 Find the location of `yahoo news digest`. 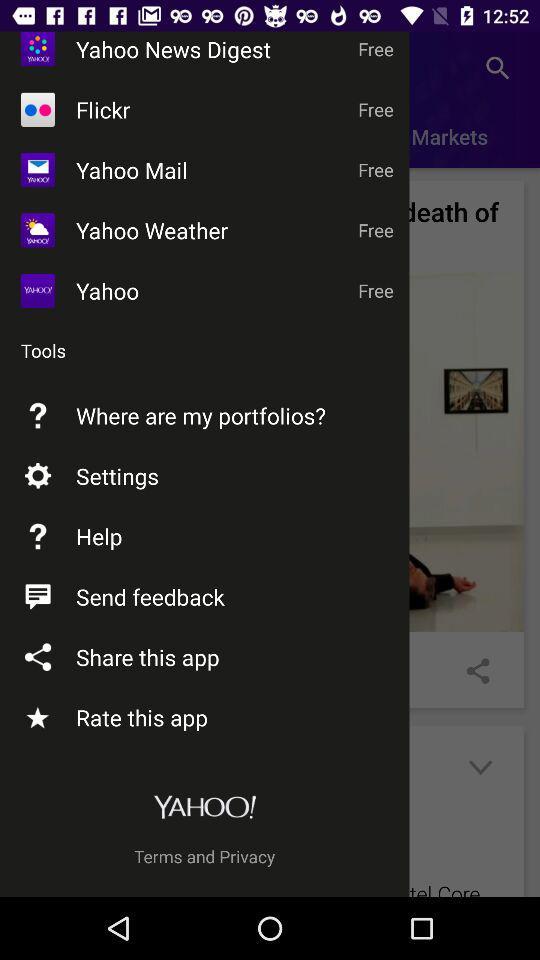

yahoo news digest is located at coordinates (168, 67).